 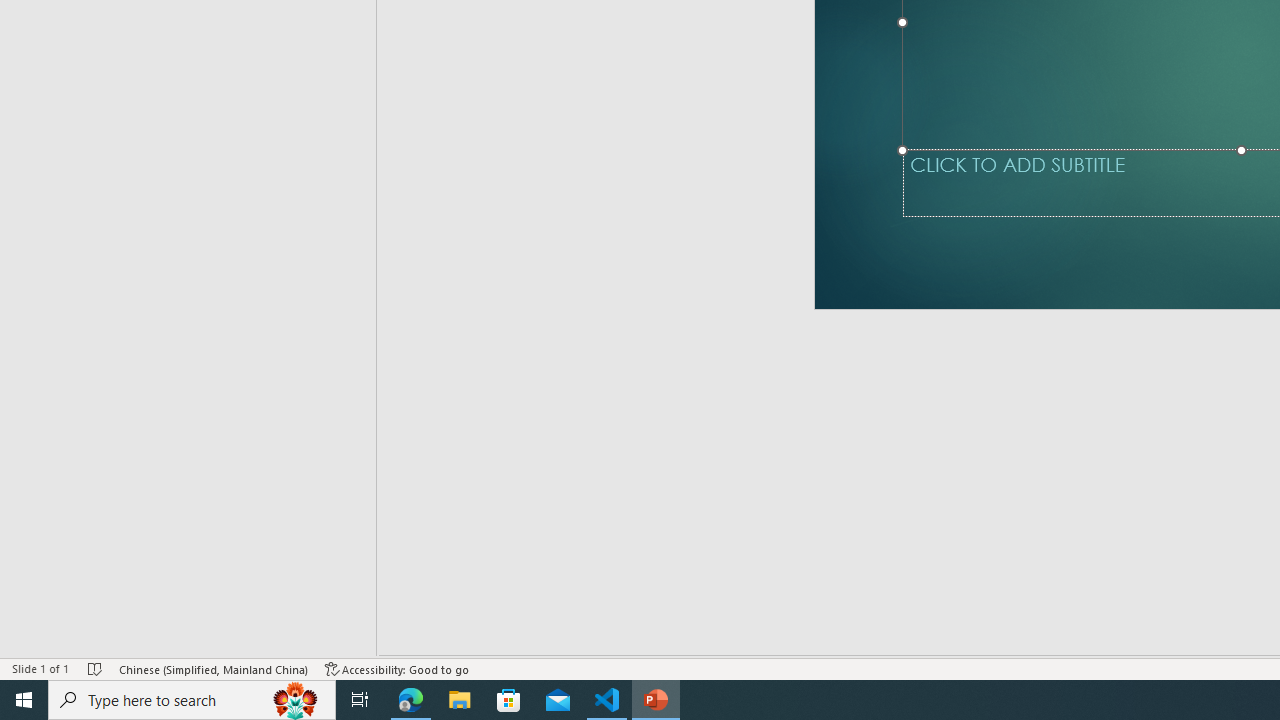 I want to click on 'Spell Check No Errors', so click(x=95, y=669).